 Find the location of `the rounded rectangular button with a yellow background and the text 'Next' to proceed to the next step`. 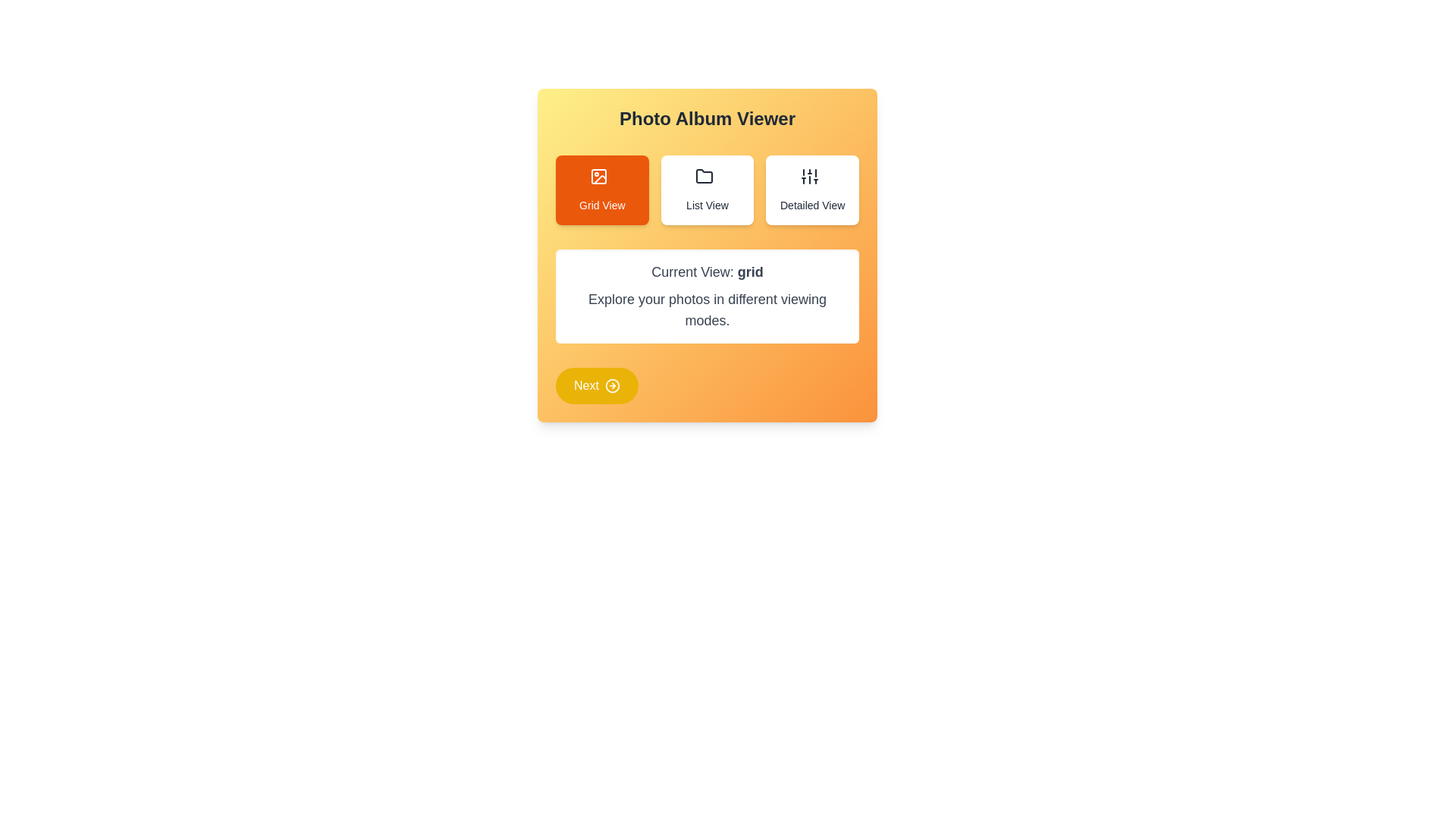

the rounded rectangular button with a yellow background and the text 'Next' to proceed to the next step is located at coordinates (596, 385).